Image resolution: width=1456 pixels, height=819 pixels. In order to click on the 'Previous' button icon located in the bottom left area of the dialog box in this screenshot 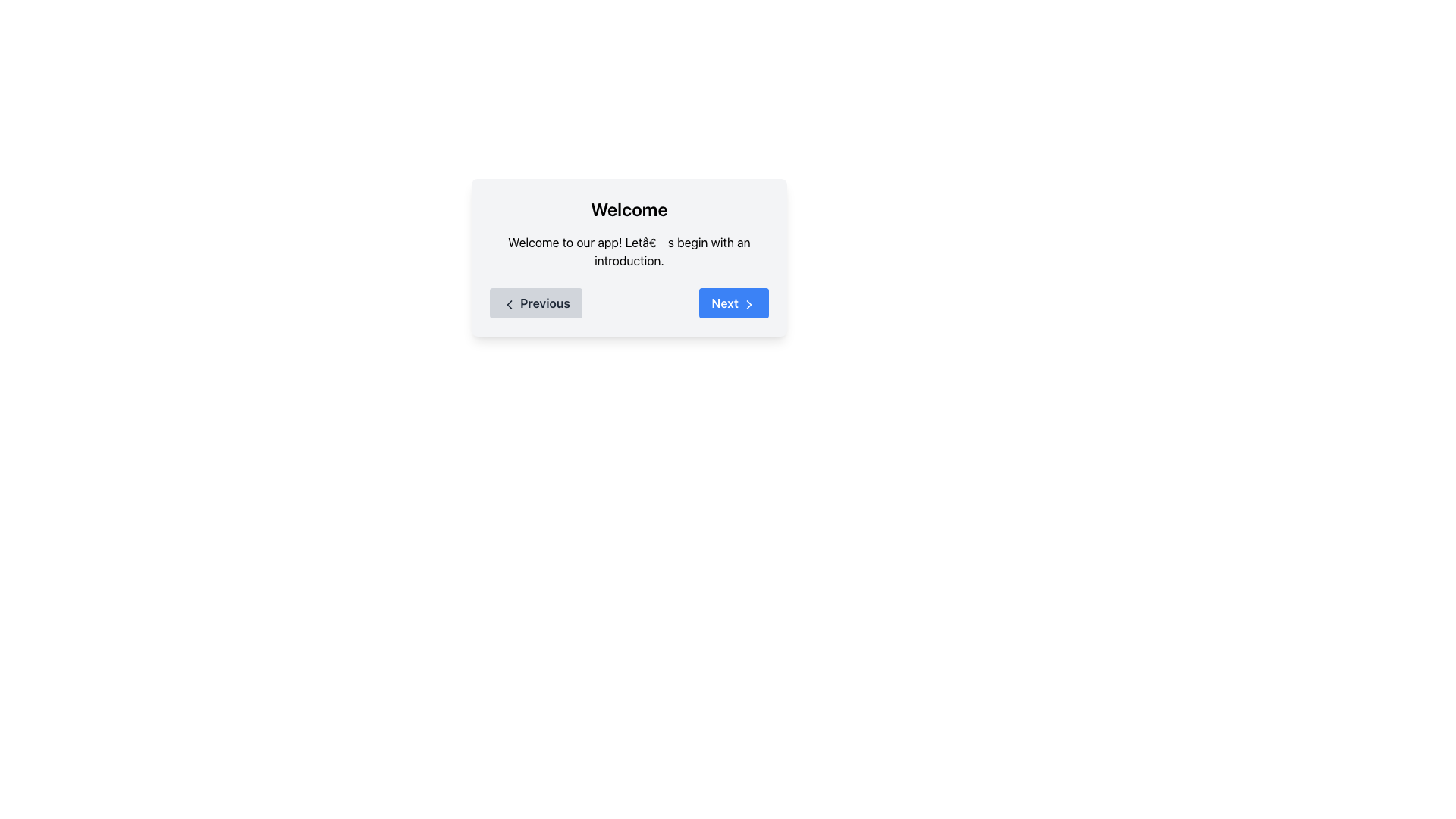, I will do `click(510, 304)`.